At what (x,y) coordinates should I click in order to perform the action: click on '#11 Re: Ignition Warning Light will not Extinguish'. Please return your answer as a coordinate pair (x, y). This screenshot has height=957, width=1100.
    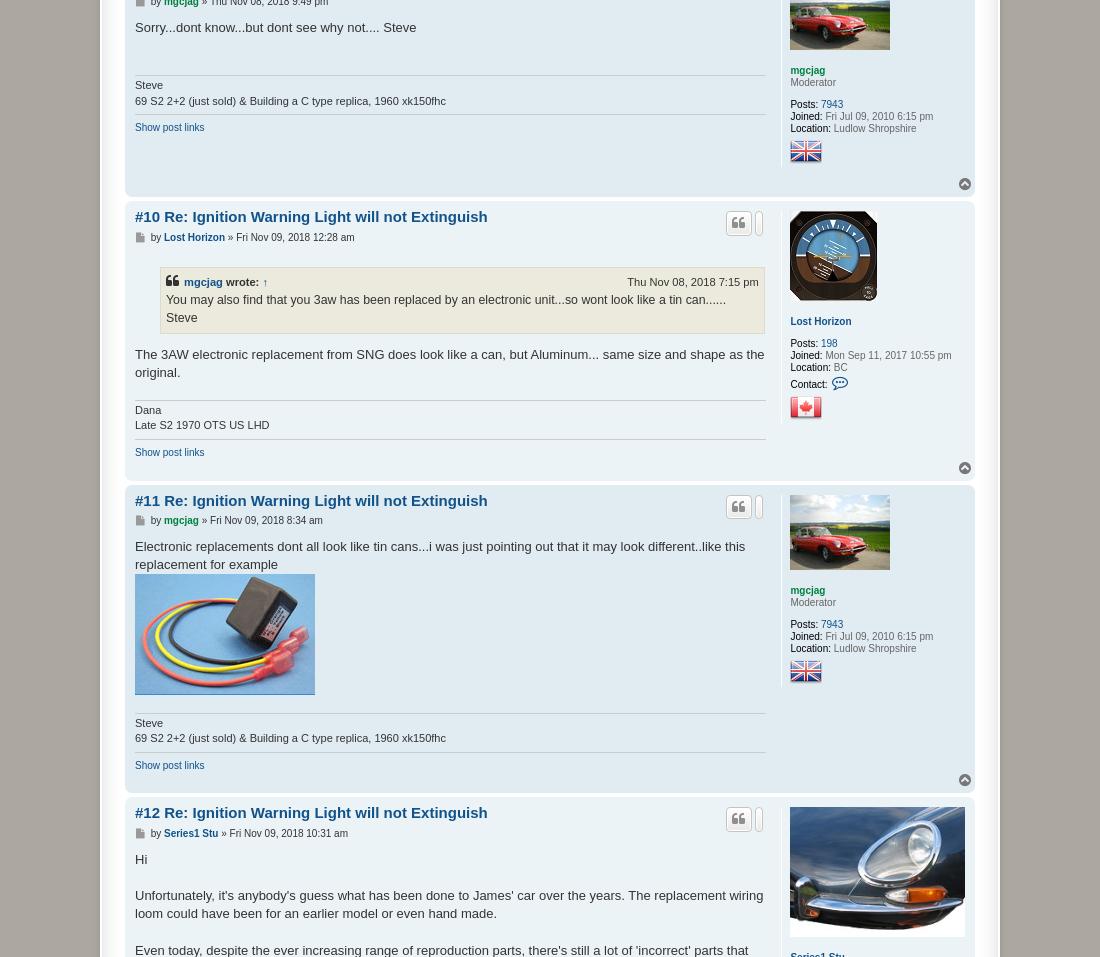
    Looking at the image, I should click on (309, 499).